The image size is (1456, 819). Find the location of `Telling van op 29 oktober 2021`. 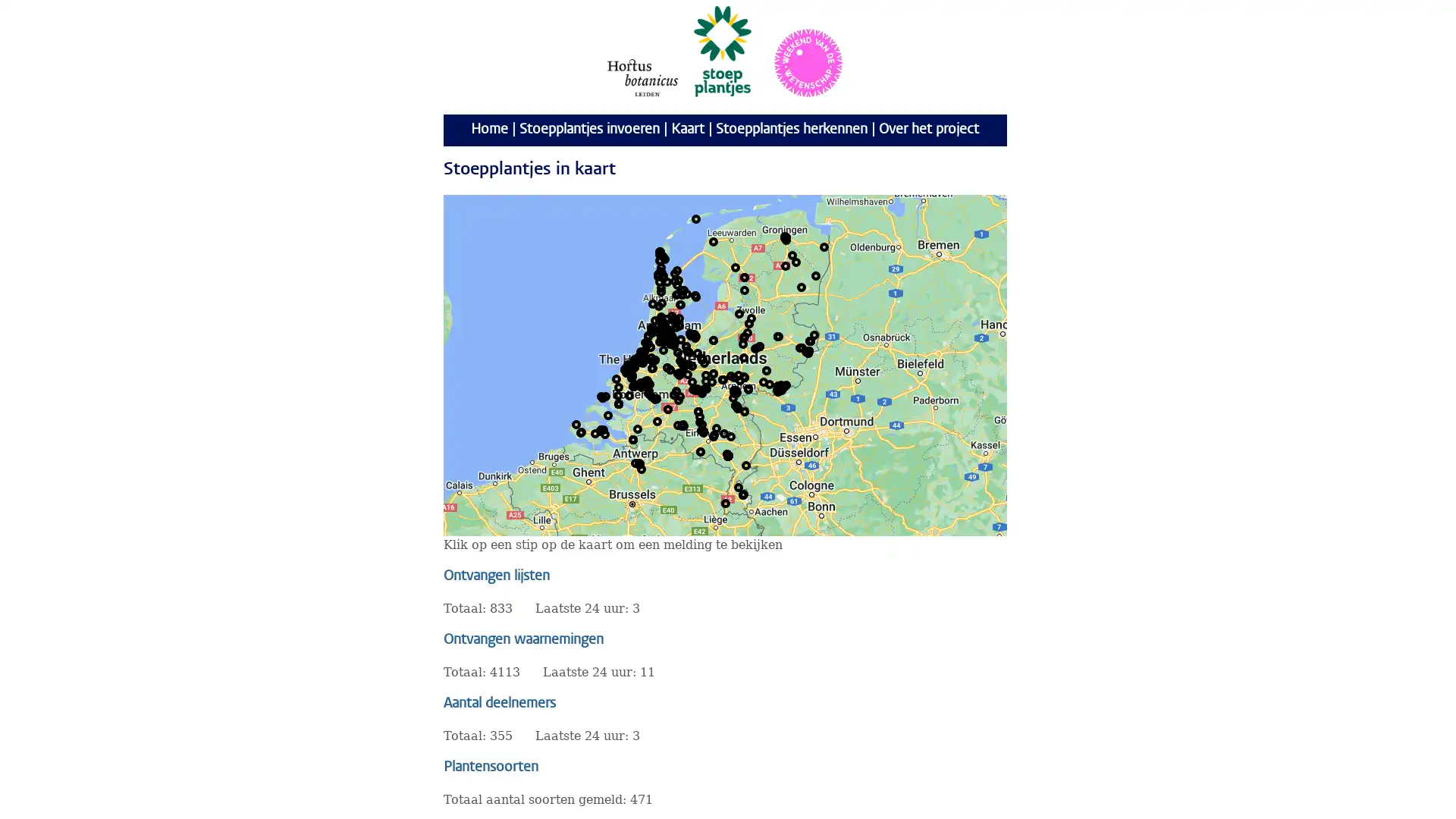

Telling van op 29 oktober 2021 is located at coordinates (661, 330).